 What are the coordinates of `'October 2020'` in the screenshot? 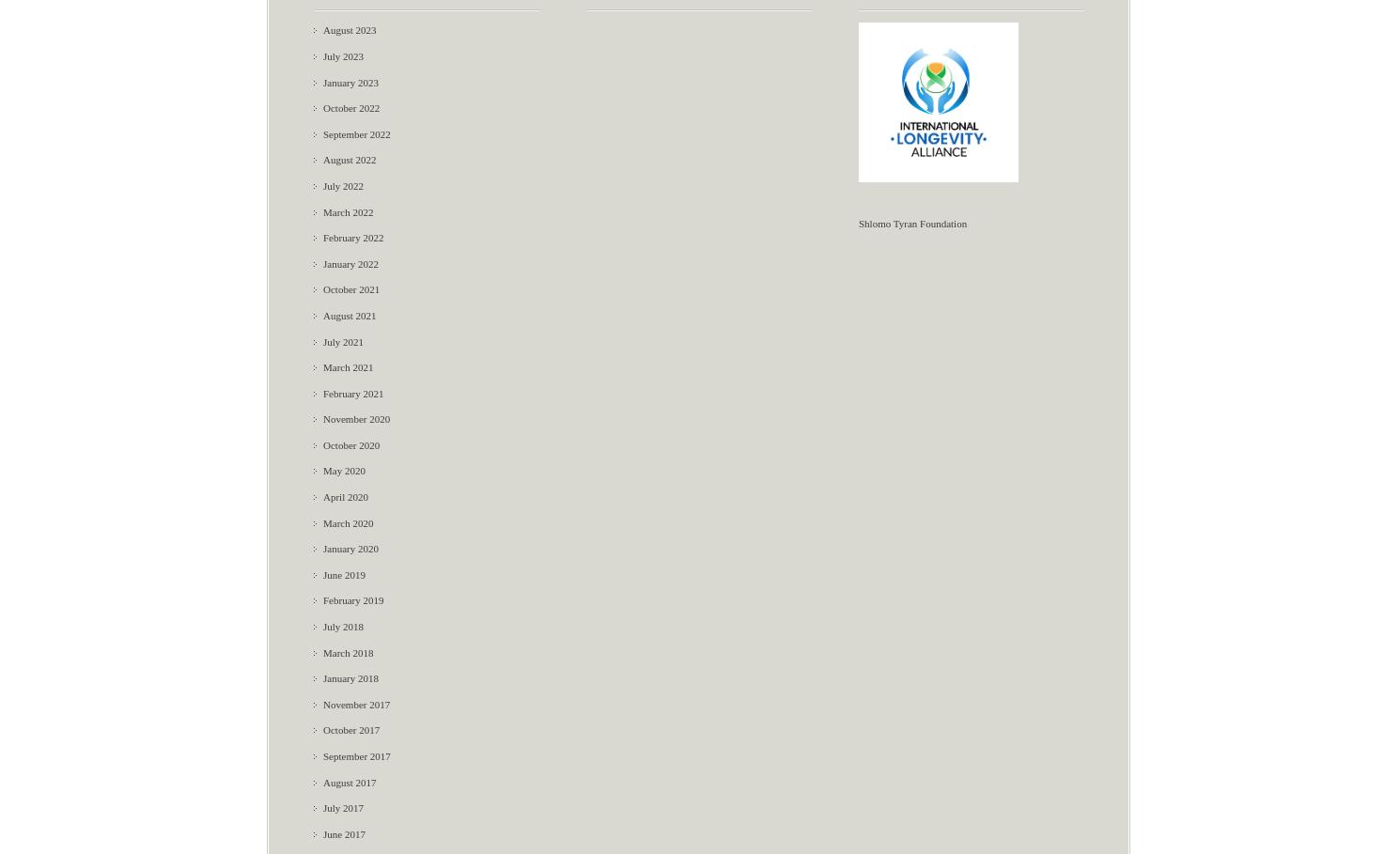 It's located at (350, 444).